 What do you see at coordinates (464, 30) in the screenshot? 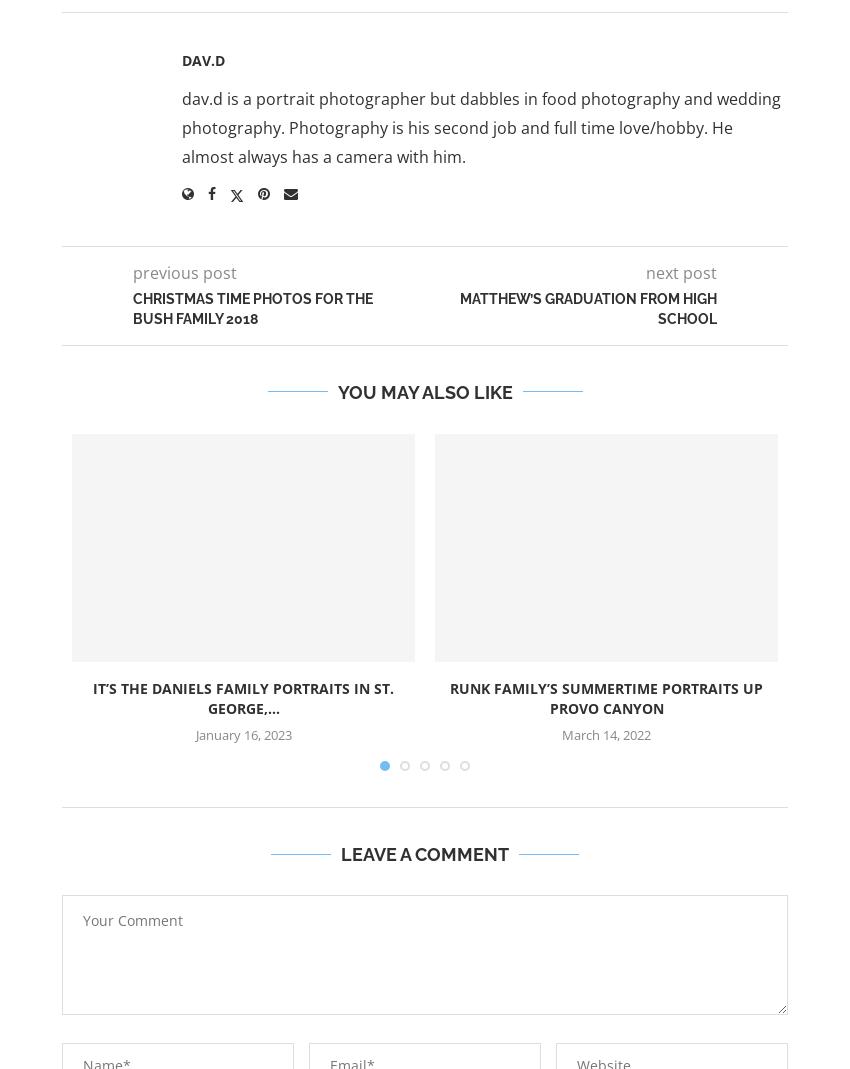
I see `'Twitter'` at bounding box center [464, 30].